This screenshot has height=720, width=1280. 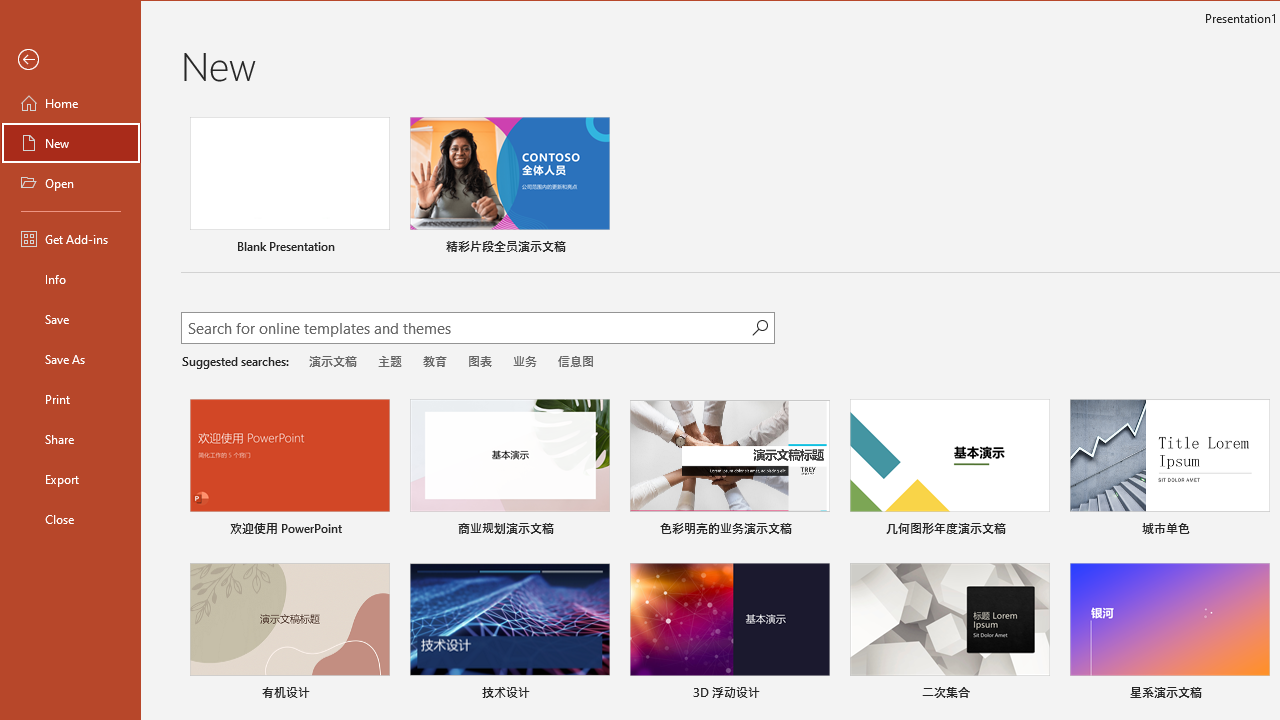 What do you see at coordinates (71, 141) in the screenshot?
I see `'New'` at bounding box center [71, 141].